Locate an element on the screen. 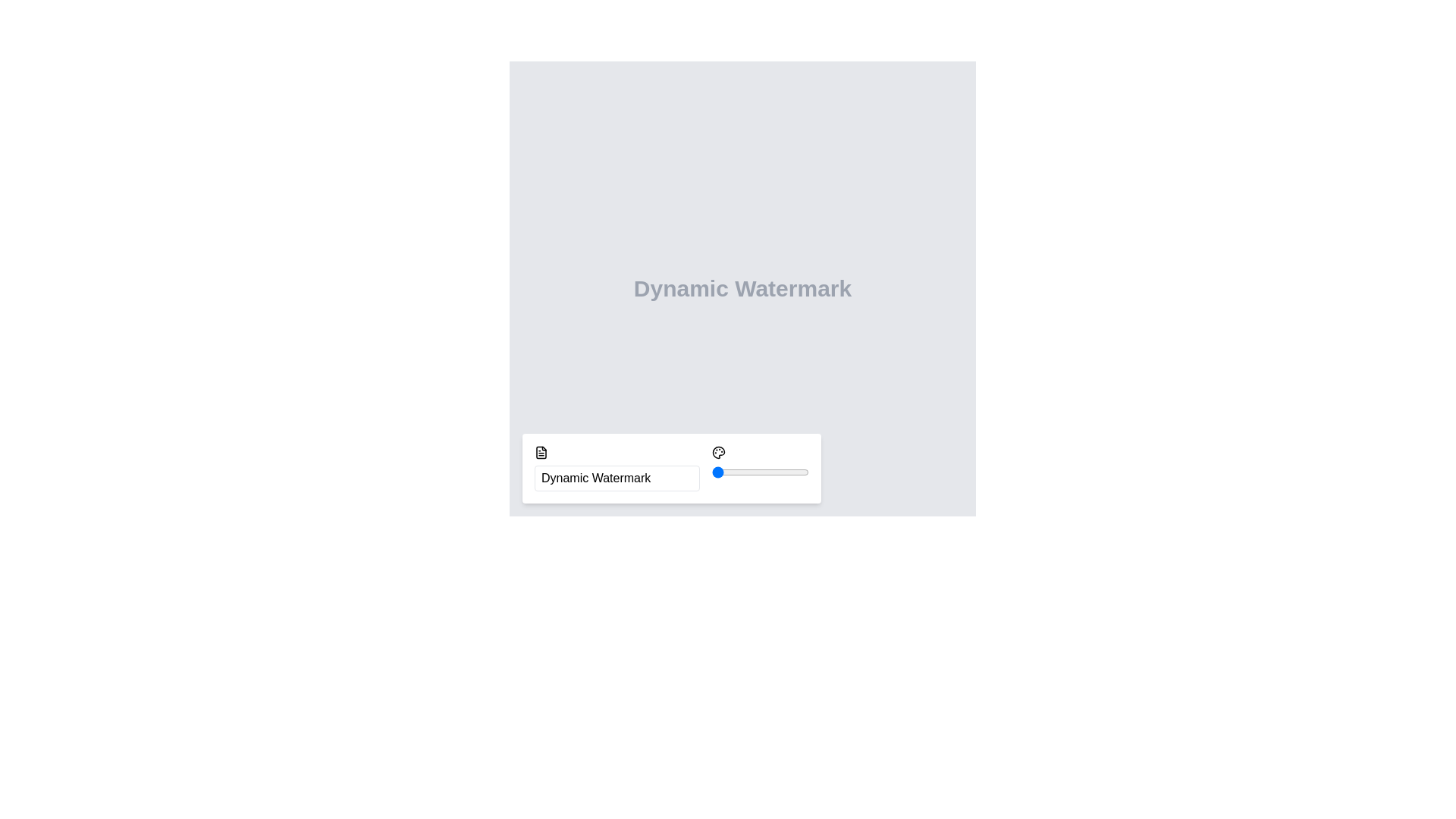 Image resolution: width=1456 pixels, height=819 pixels. rotation angle is located at coordinates (755, 472).